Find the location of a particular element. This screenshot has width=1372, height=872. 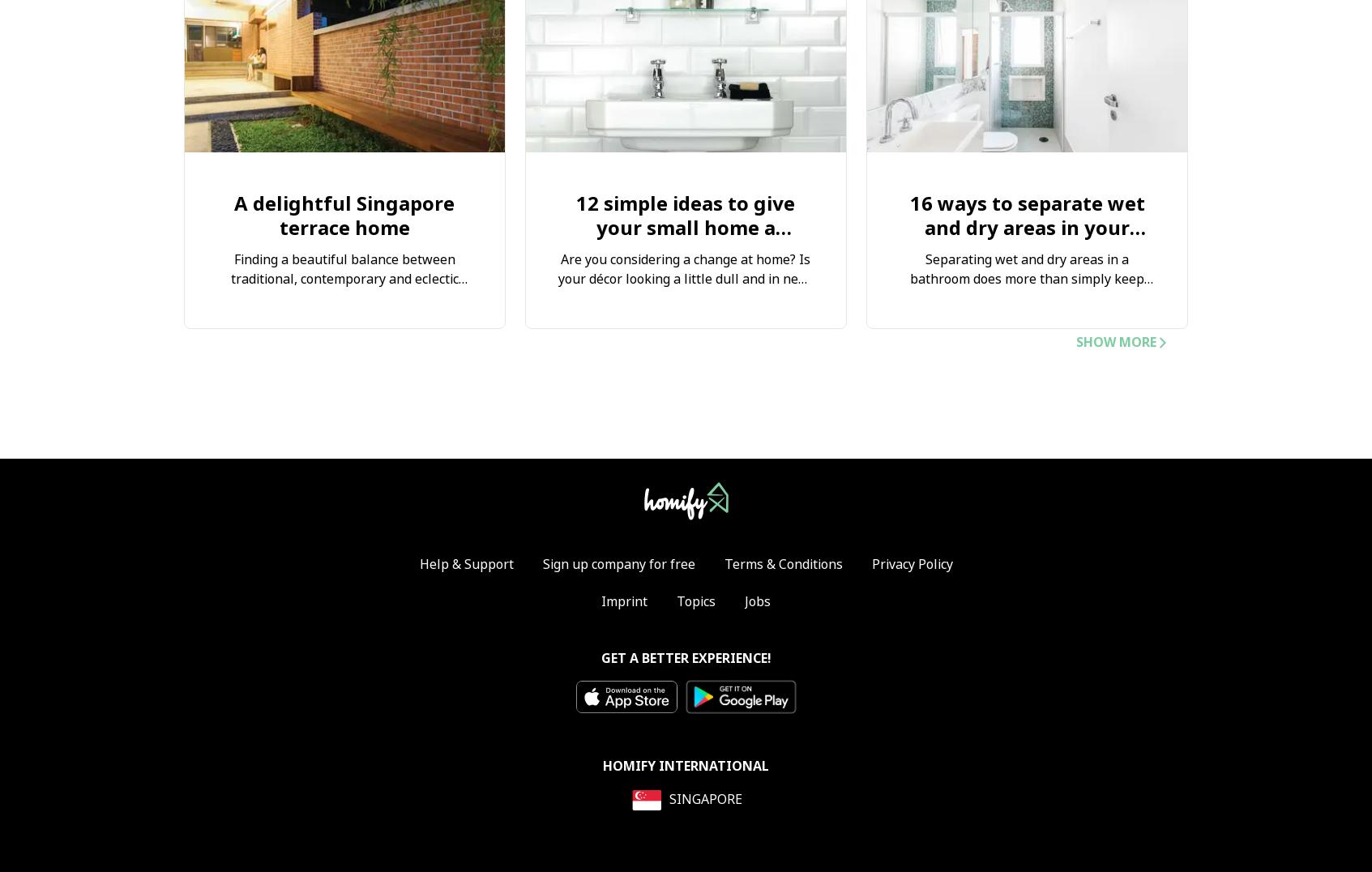

'12 simple ideas to give your small home a spectacular touch' is located at coordinates (684, 226).